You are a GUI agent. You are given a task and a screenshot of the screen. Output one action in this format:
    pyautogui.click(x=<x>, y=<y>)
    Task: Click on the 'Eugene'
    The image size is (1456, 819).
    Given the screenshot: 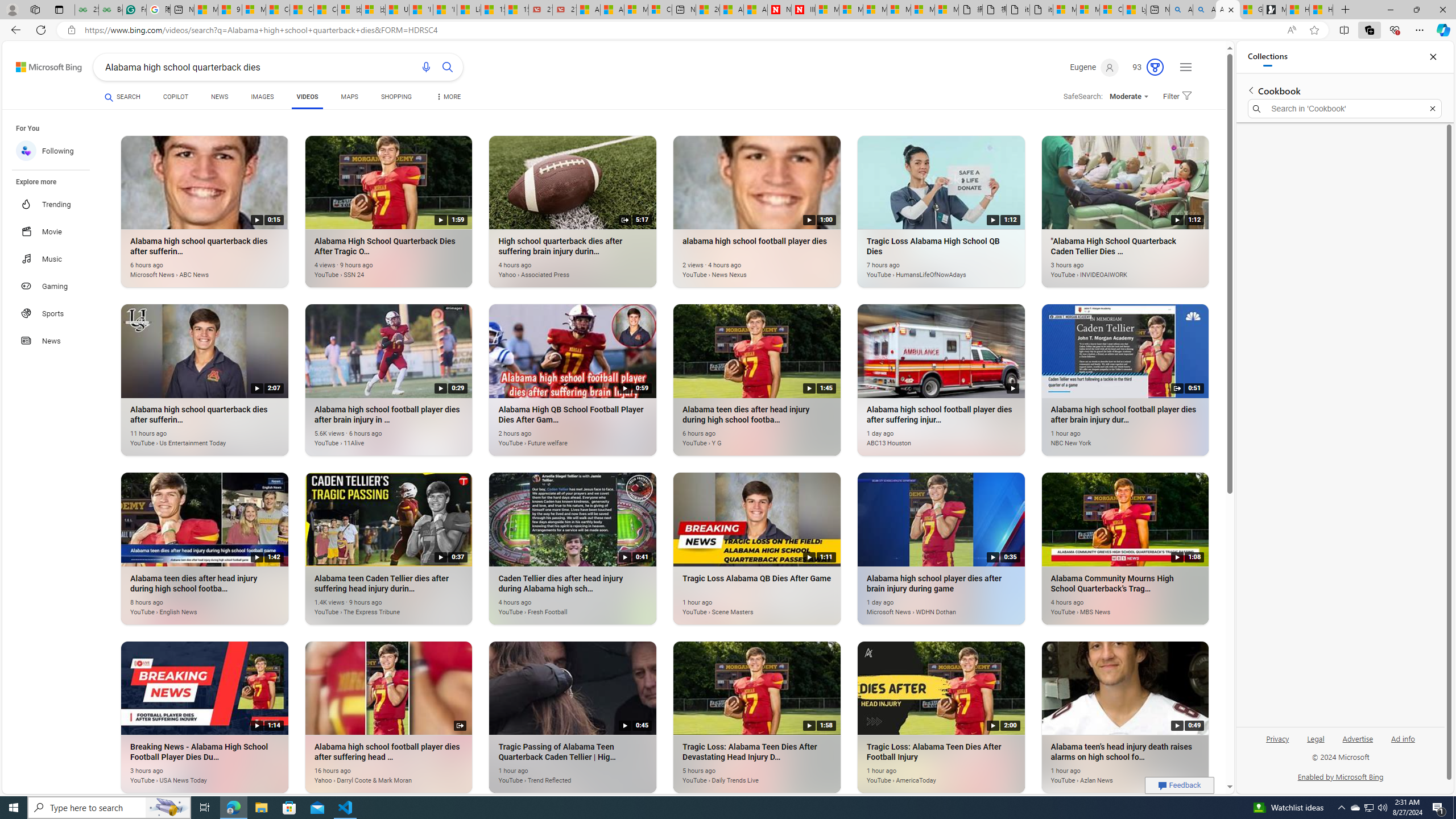 What is the action you would take?
    pyautogui.click(x=1094, y=67)
    